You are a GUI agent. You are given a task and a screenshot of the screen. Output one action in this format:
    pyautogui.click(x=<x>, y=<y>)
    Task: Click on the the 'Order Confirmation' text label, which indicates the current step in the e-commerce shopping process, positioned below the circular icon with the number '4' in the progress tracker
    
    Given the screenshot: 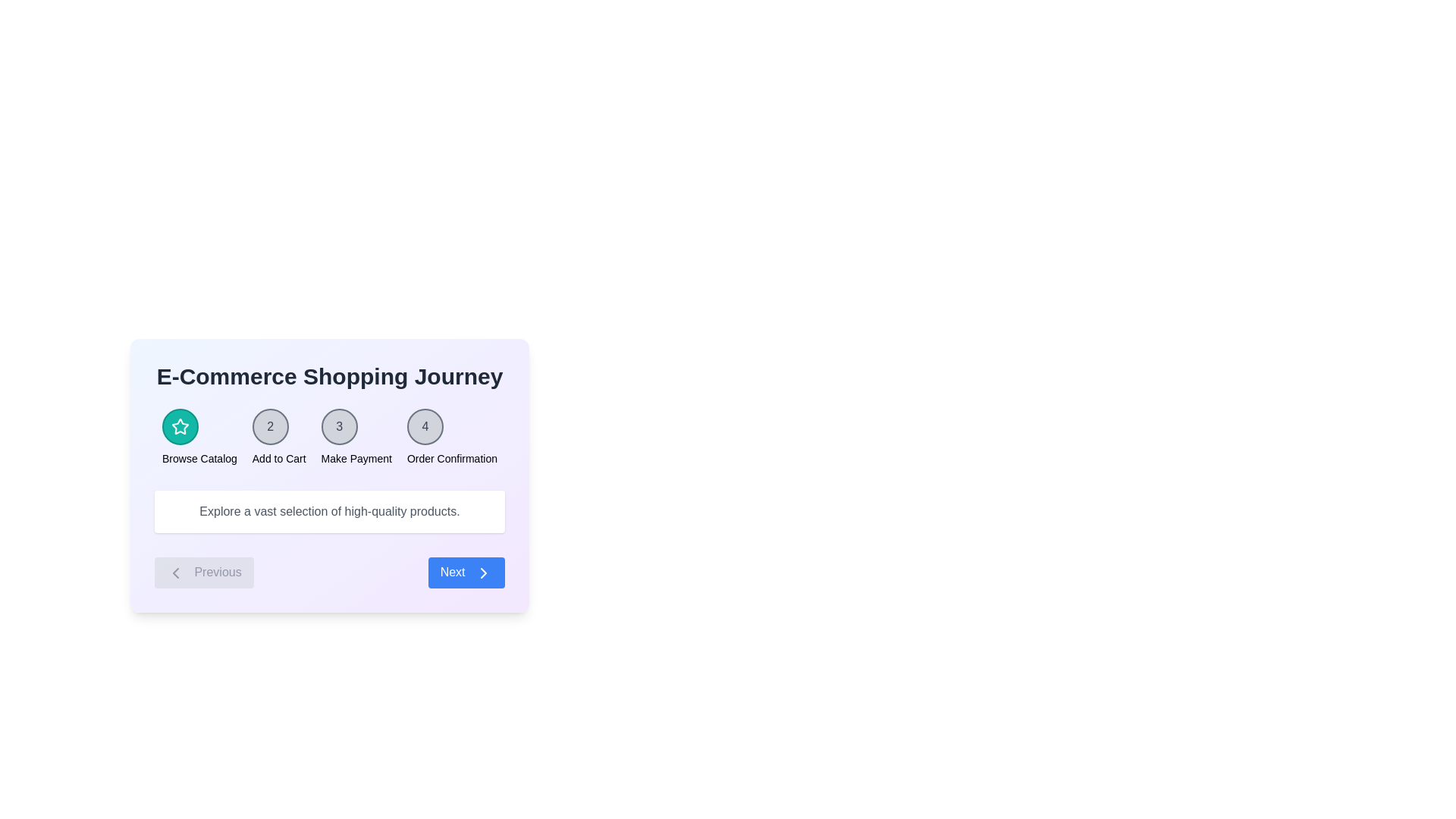 What is the action you would take?
    pyautogui.click(x=451, y=458)
    